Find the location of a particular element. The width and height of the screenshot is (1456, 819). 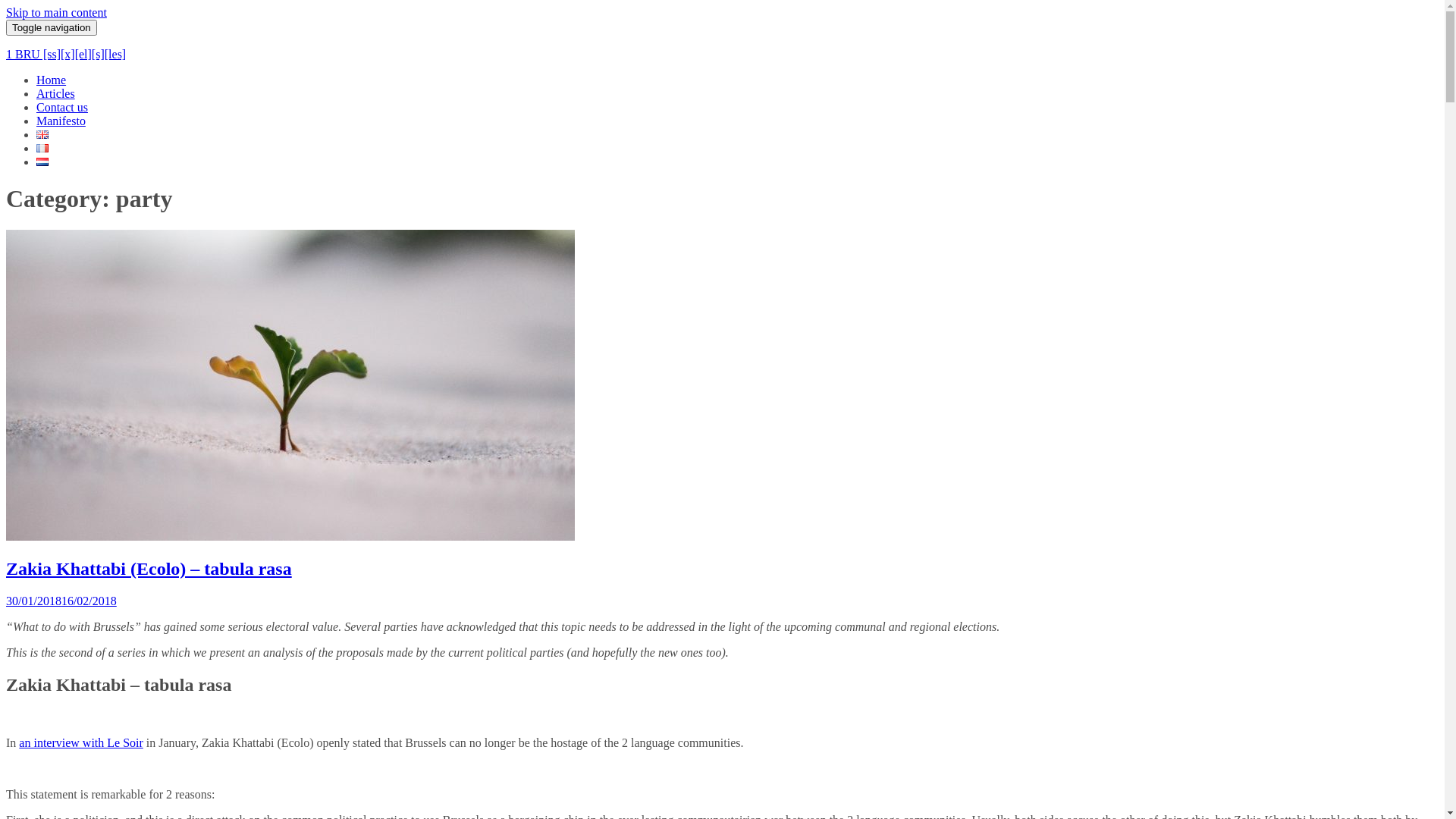

'Articles' is located at coordinates (55, 93).